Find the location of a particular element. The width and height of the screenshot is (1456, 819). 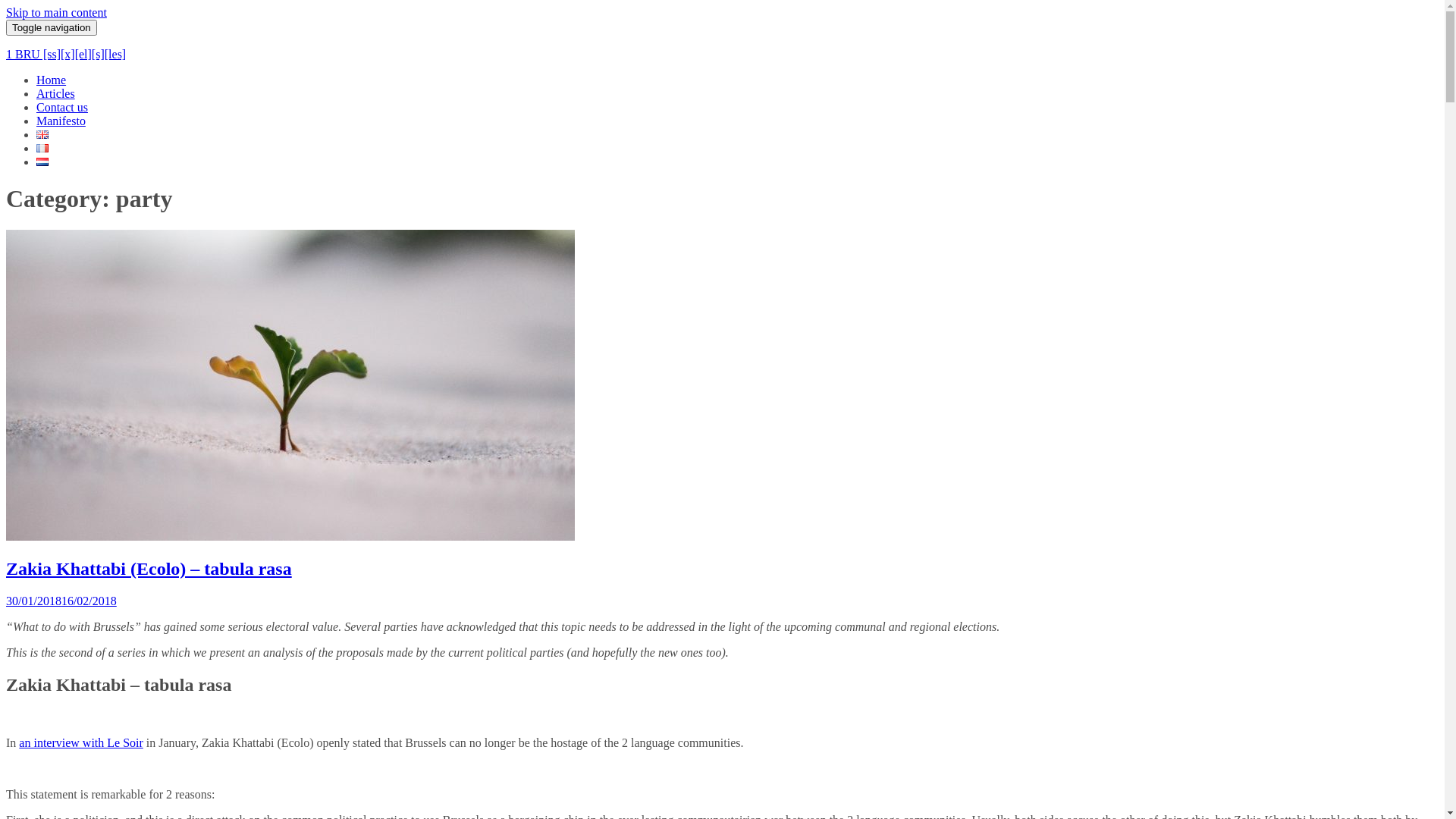

'Articles' is located at coordinates (55, 93).